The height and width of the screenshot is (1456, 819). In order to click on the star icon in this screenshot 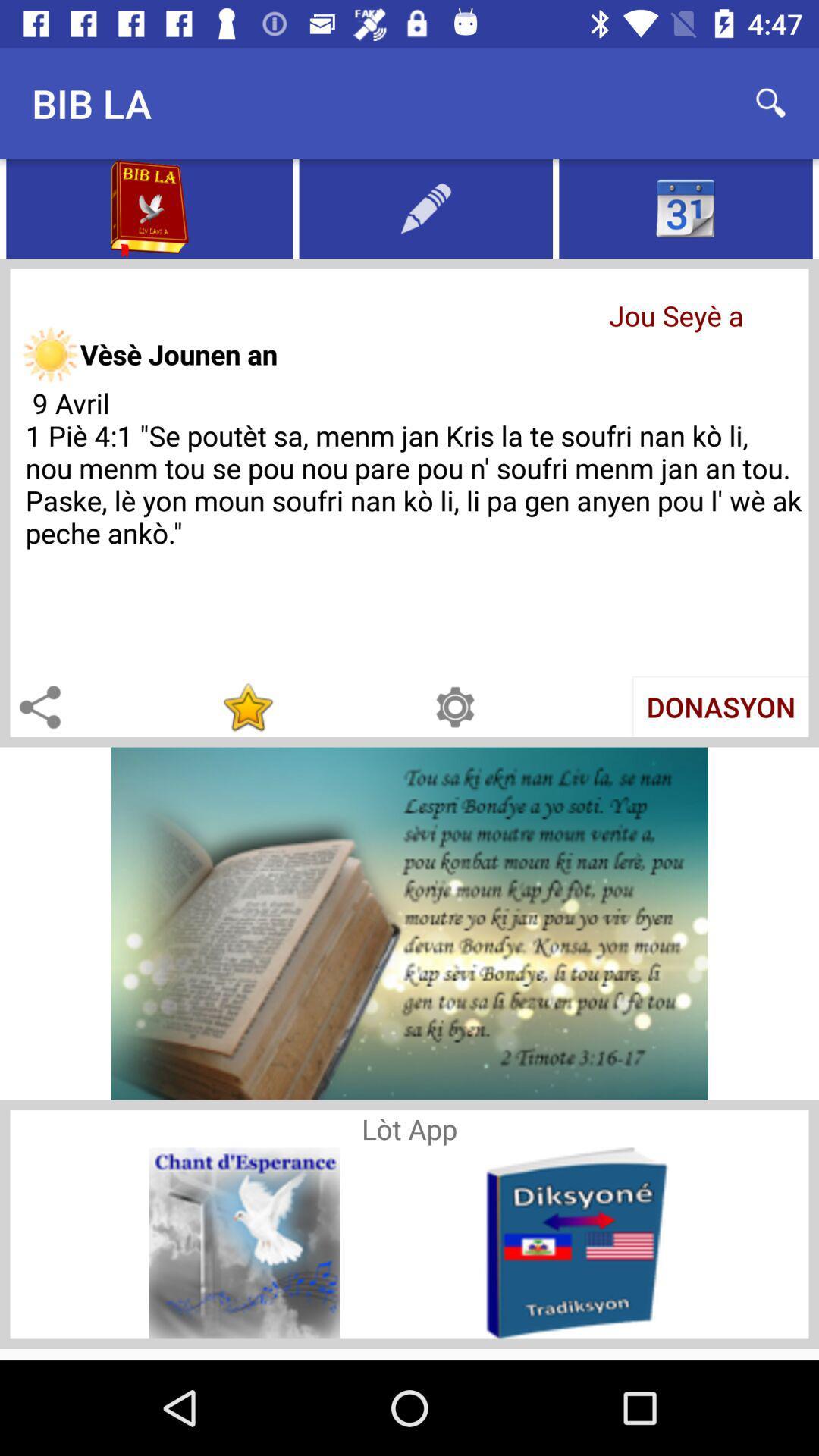, I will do `click(246, 706)`.